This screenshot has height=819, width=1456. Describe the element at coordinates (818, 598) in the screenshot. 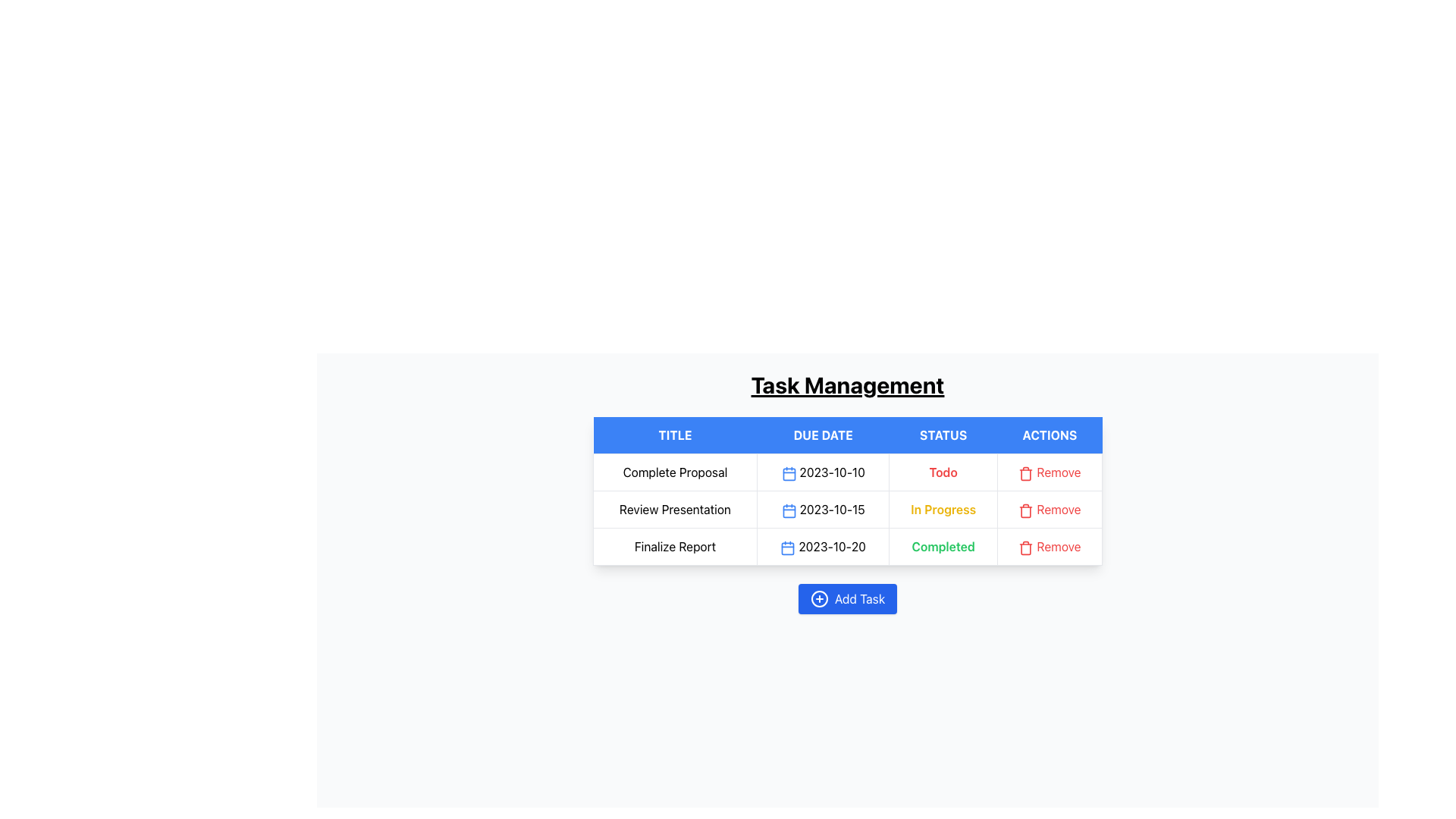

I see `the appearance of the SVG circle element, which is a circular shape with a radius of 10 units, styled with a stroke width of 2, located at the center of the SVG icon beneath the 'Add Task' button` at that location.